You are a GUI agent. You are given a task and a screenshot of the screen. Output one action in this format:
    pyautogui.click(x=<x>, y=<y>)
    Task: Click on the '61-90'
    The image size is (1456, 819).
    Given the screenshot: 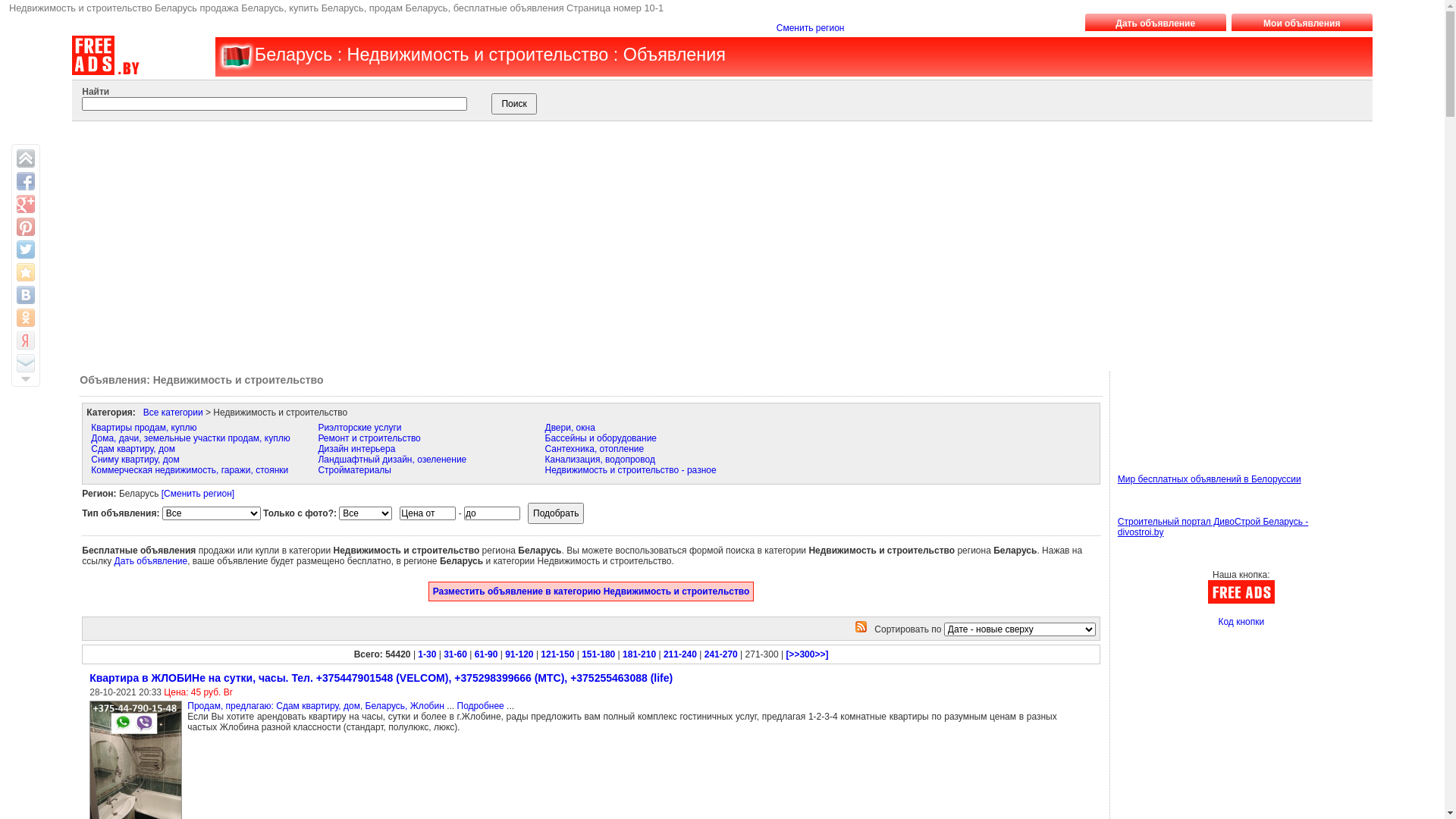 What is the action you would take?
    pyautogui.click(x=486, y=654)
    